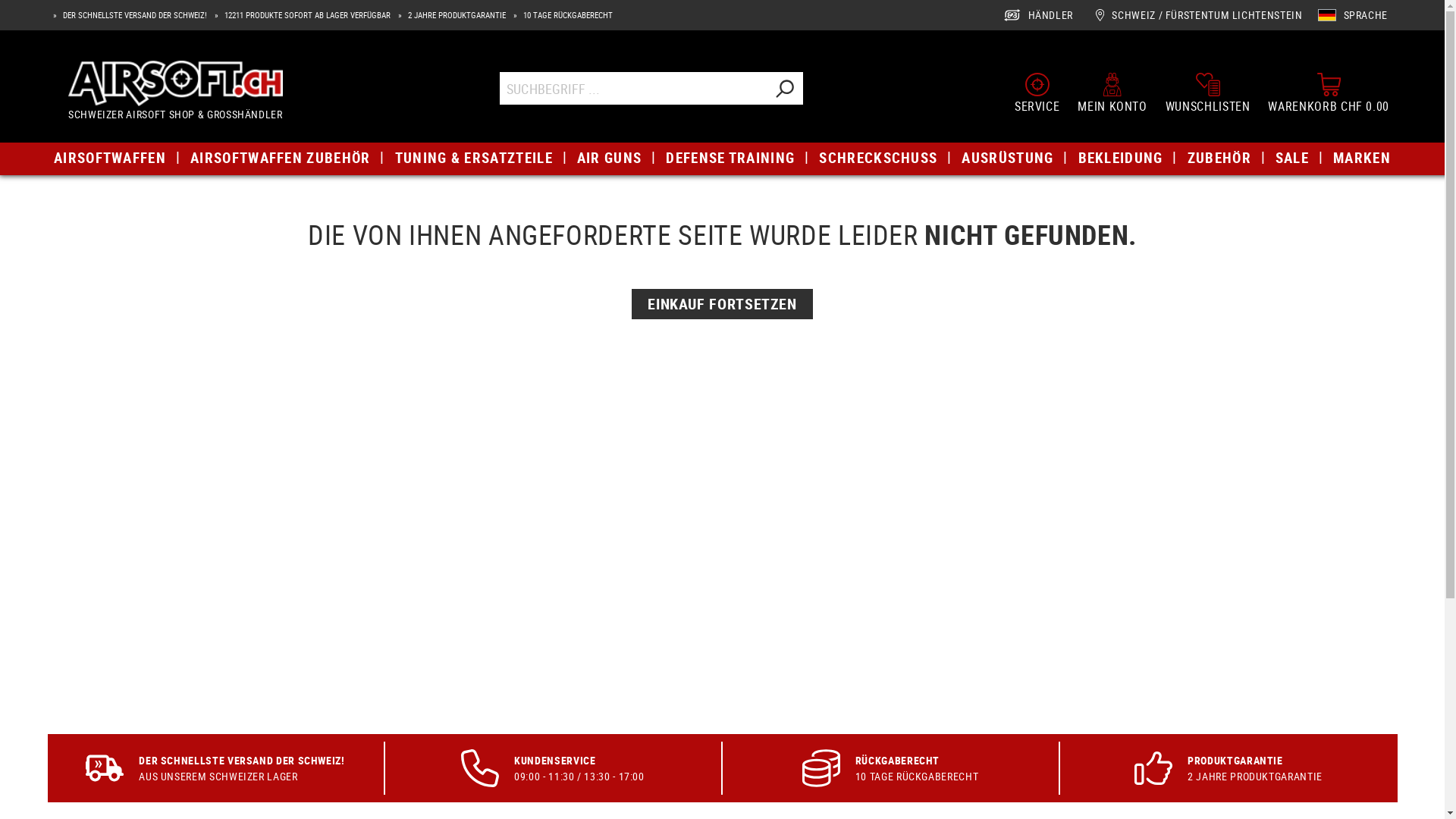  I want to click on 'TUNING & ERSATZTEILE', so click(472, 158).